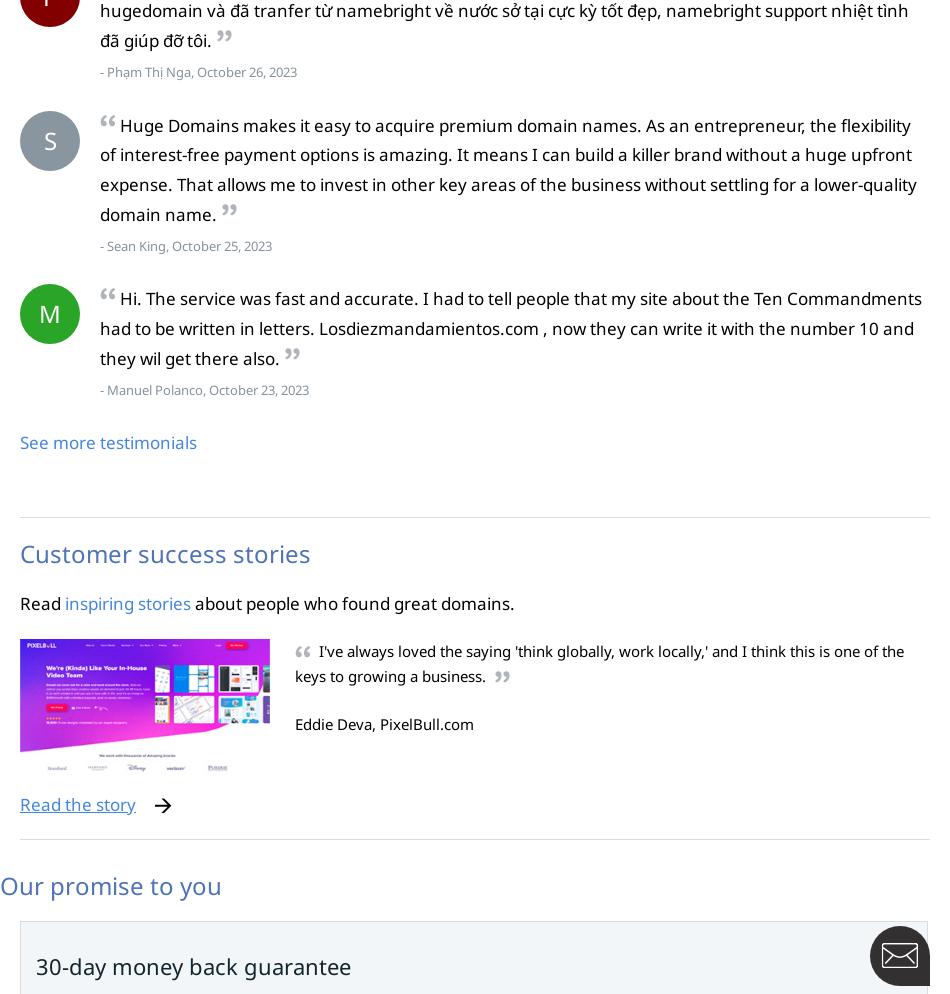 This screenshot has width=950, height=994. Describe the element at coordinates (100, 245) in the screenshot. I see `'- Sean King, October 25, 2023'` at that location.